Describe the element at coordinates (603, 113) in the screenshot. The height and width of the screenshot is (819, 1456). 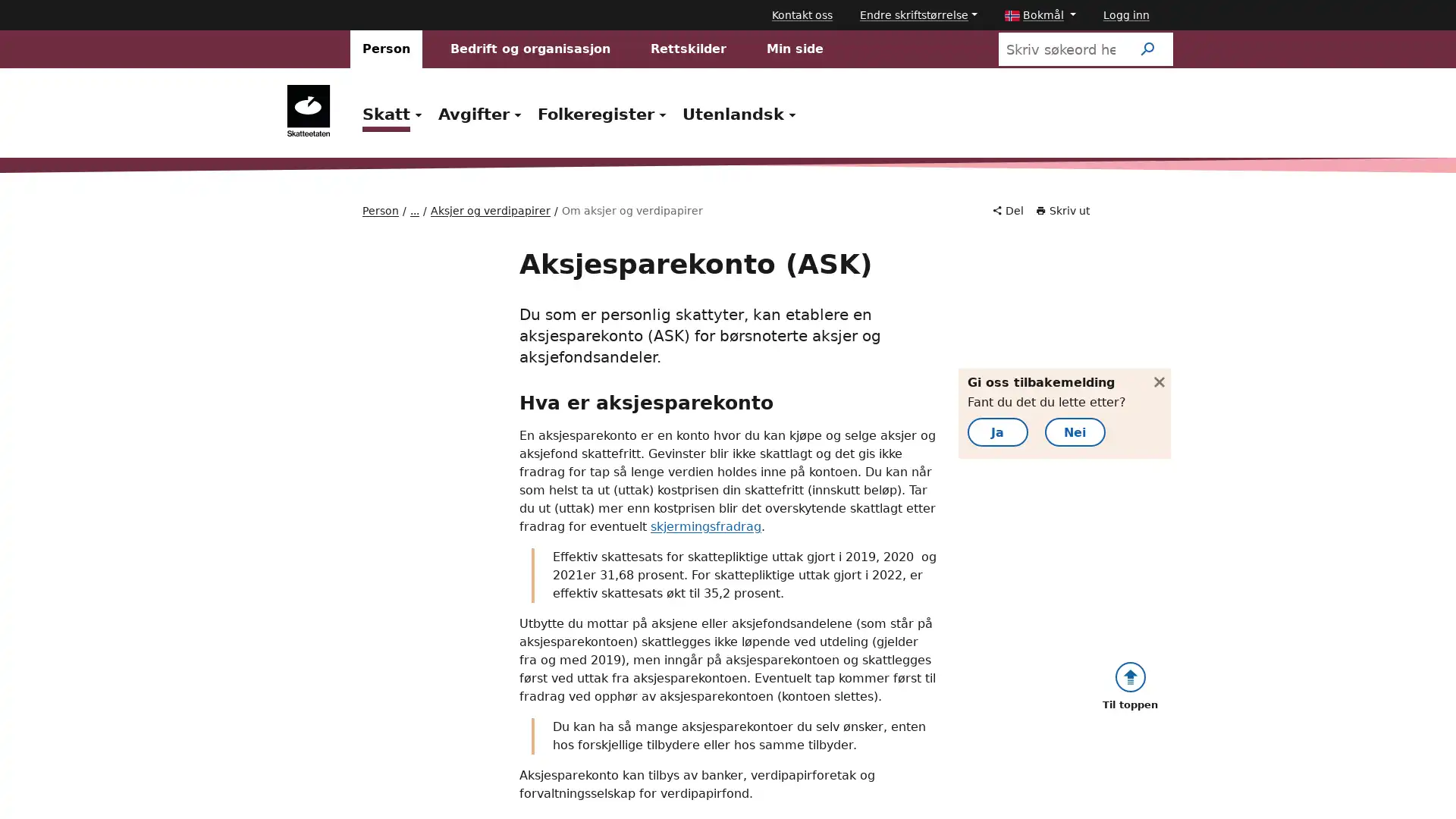
I see `Folkeregister` at that location.